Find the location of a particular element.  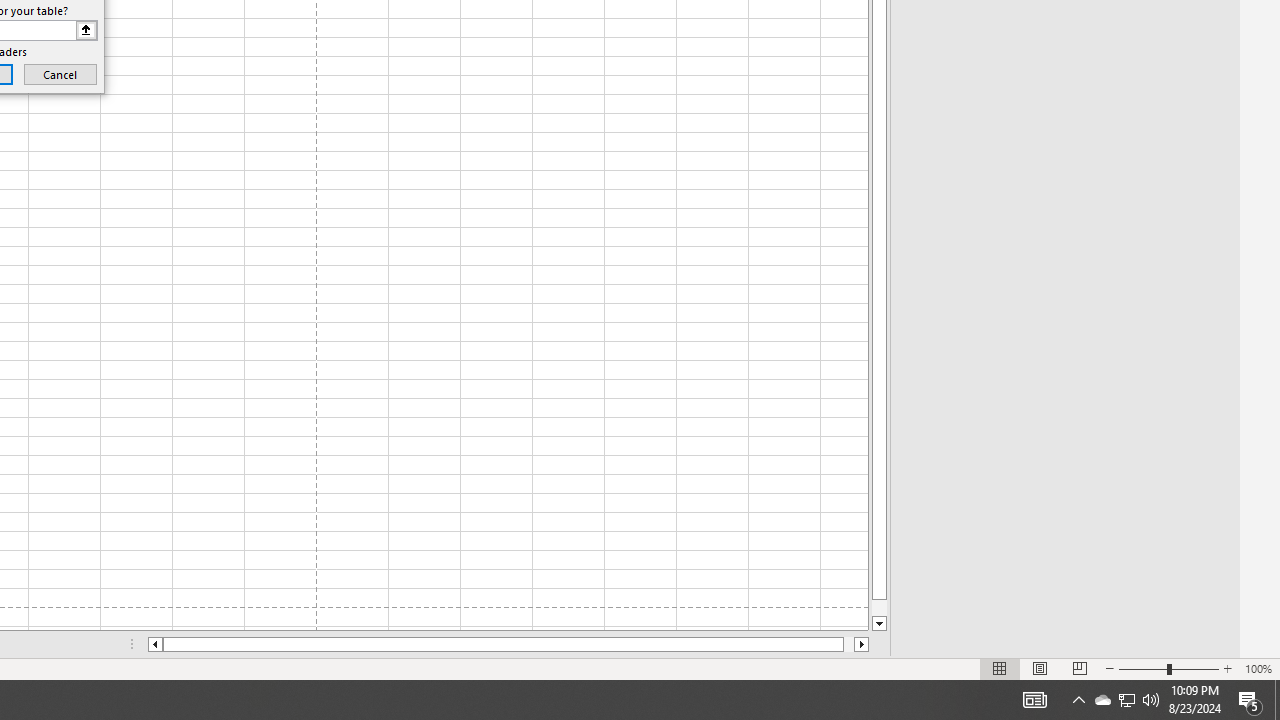

'Zoom' is located at coordinates (1168, 669).